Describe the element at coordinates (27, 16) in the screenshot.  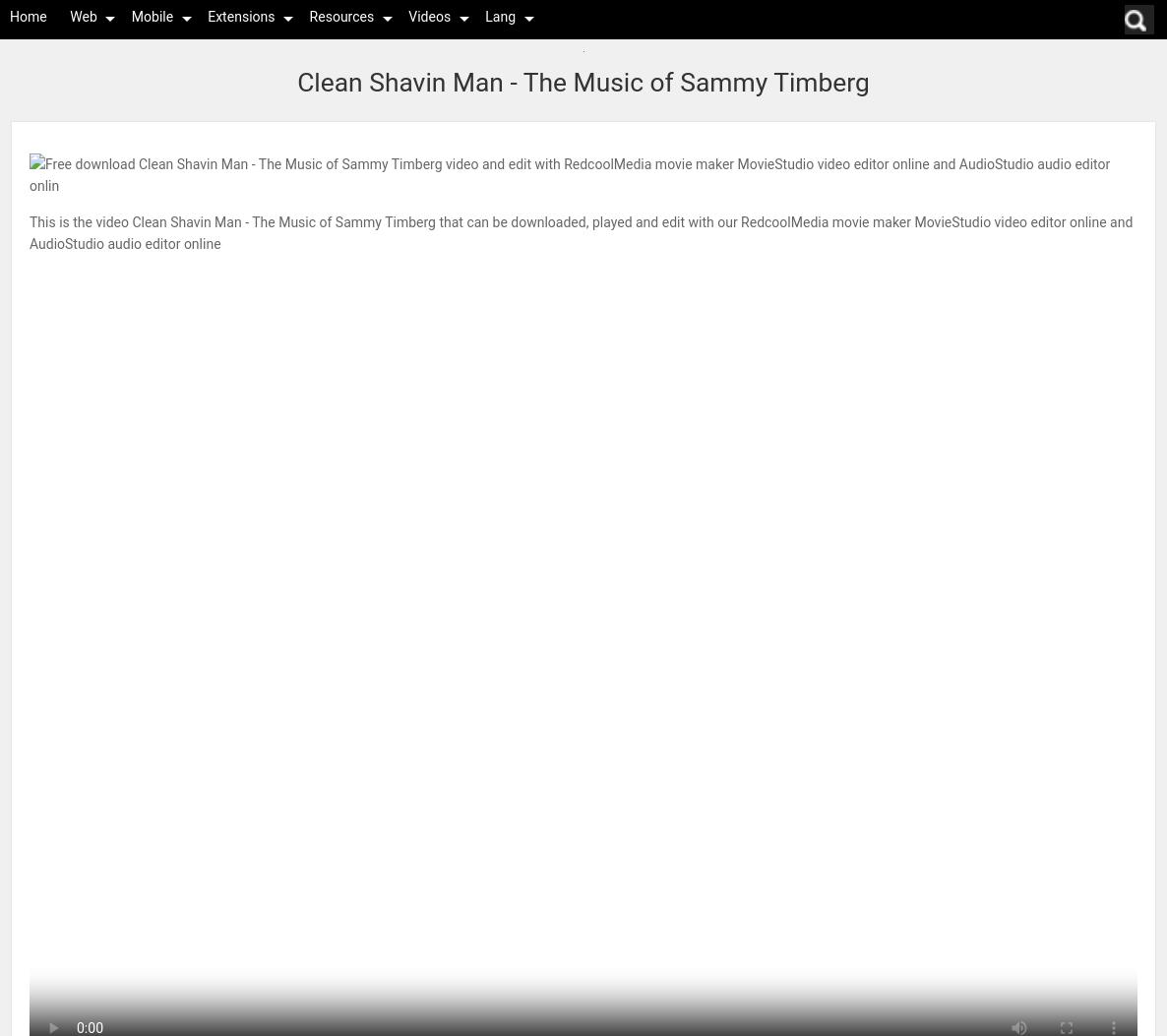
I see `'Home'` at that location.